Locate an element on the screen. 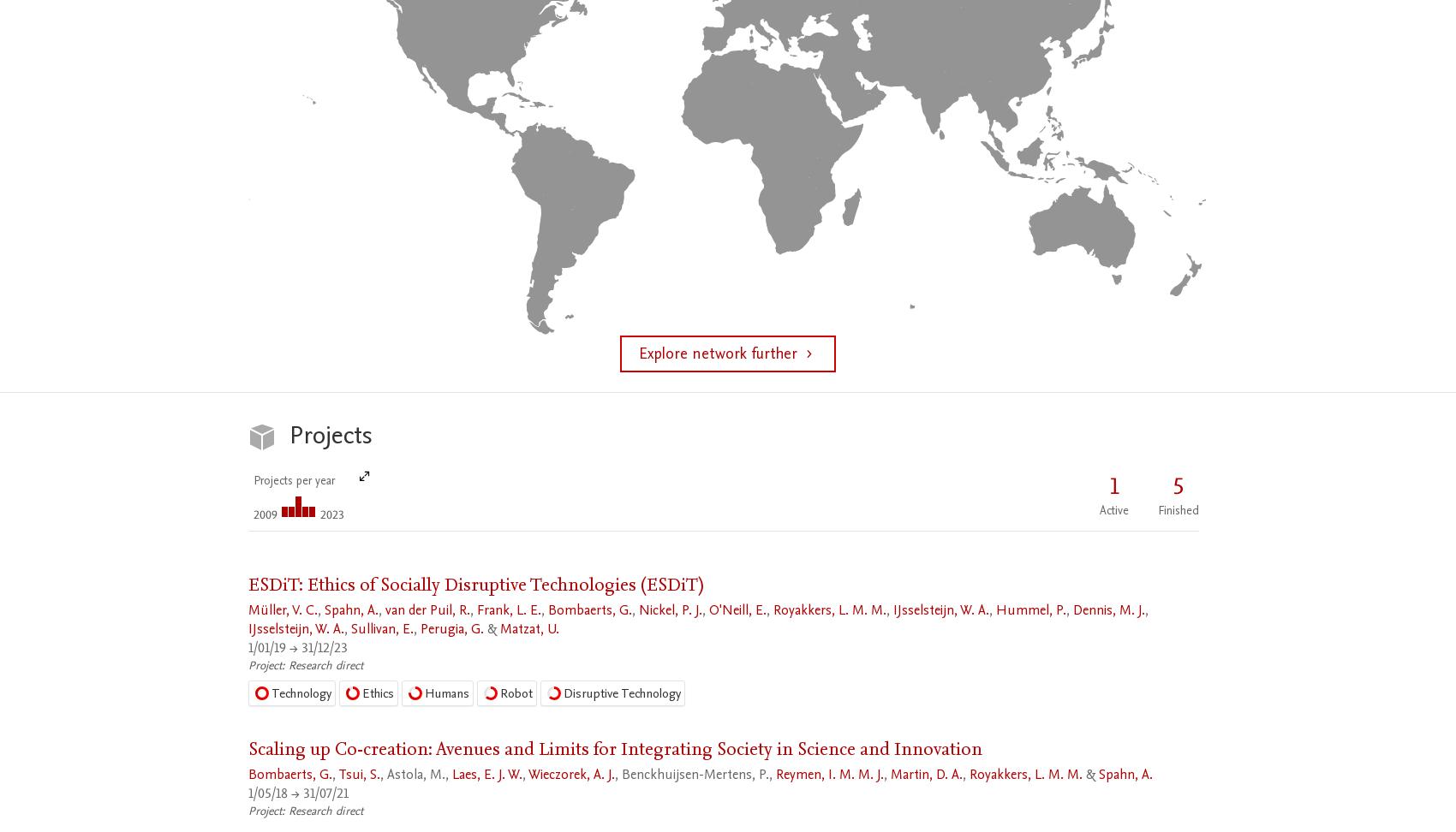 The image size is (1456, 832). 'Perugia, G.' is located at coordinates (420, 629).